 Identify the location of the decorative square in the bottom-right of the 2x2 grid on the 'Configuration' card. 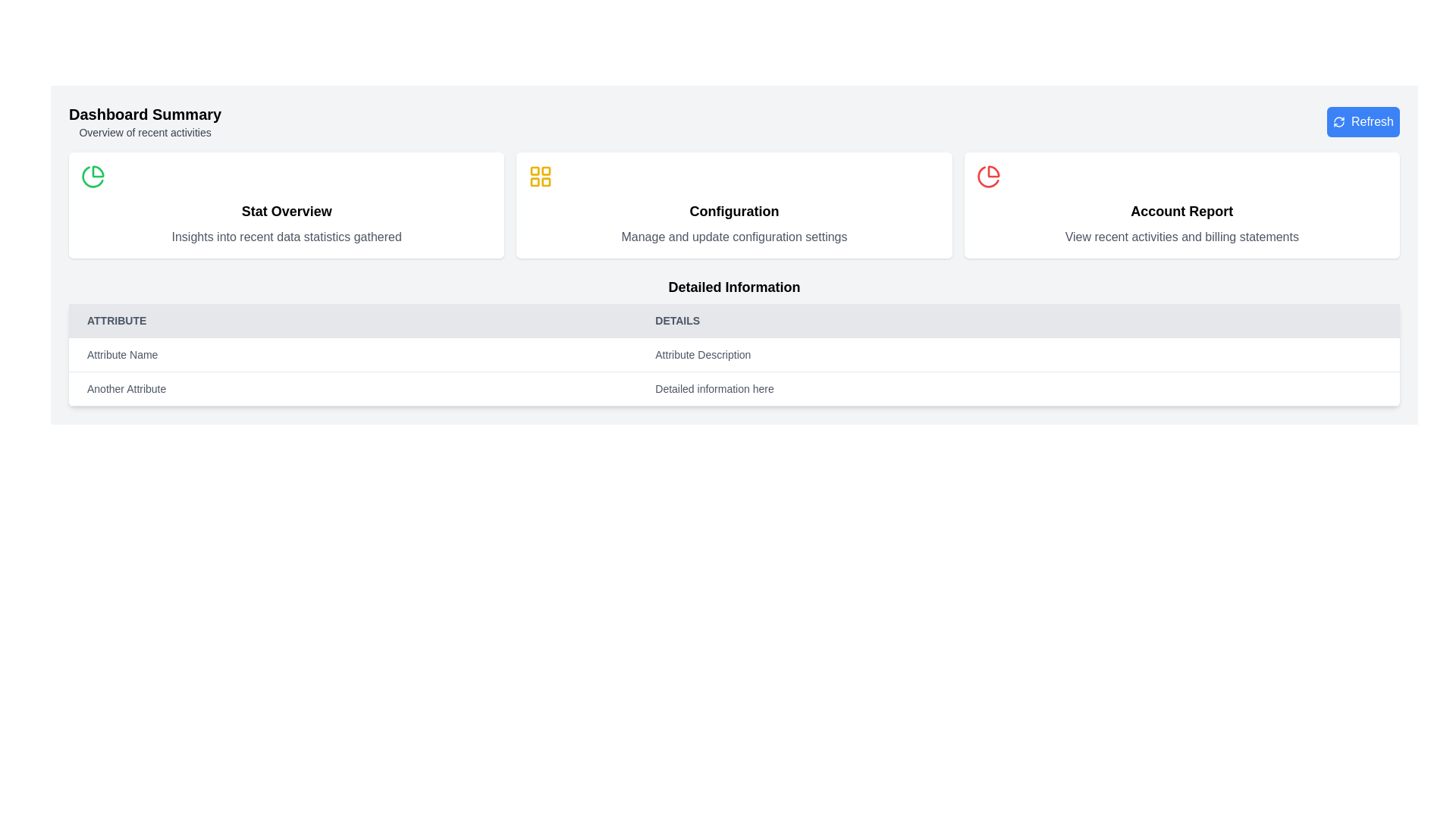
(546, 181).